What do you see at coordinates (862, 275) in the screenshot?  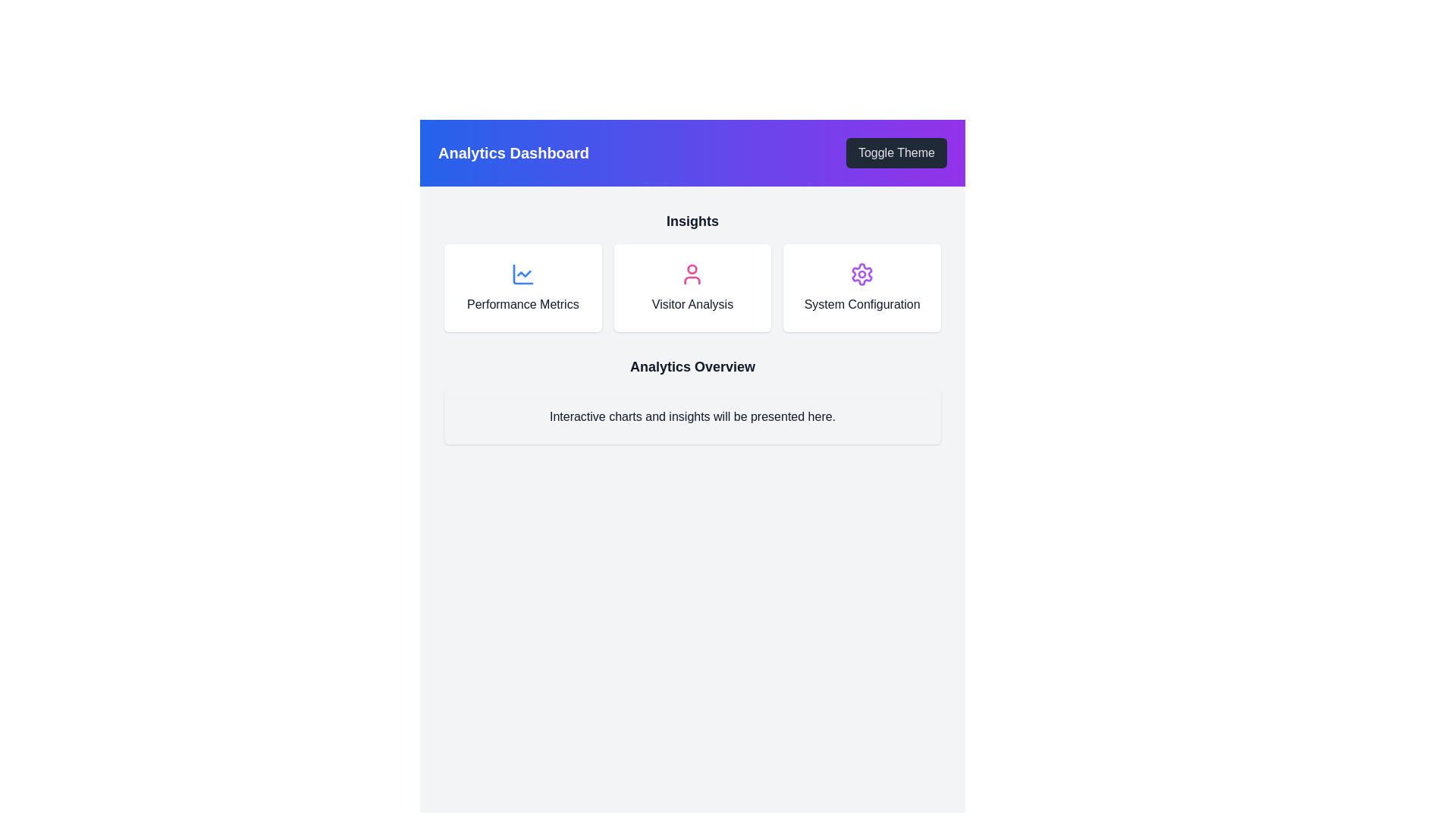 I see `the gear-shaped icon located in the third card under 'Insights' labeled 'System Configuration'` at bounding box center [862, 275].